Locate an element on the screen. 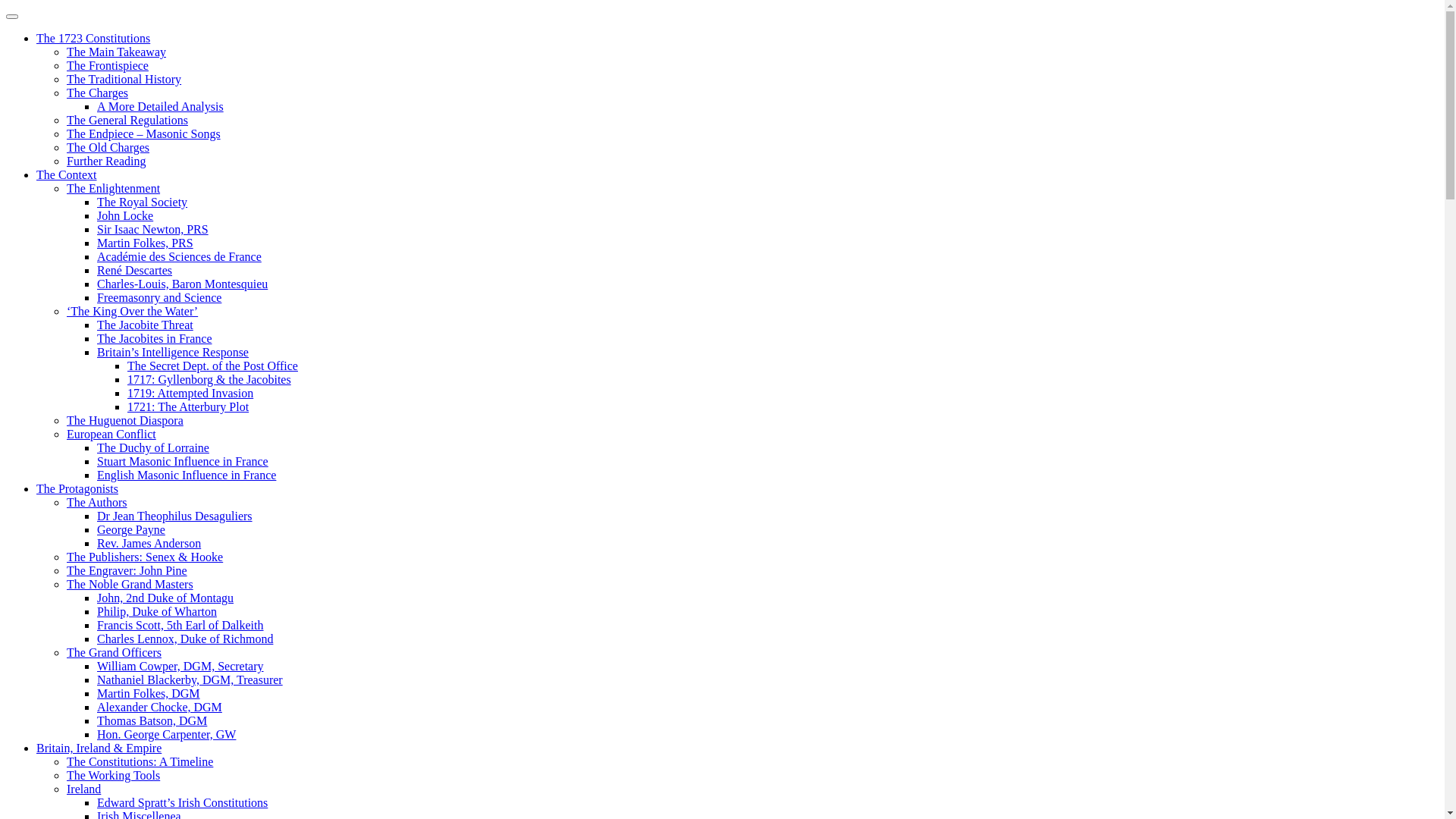  'The Charges' is located at coordinates (96, 93).